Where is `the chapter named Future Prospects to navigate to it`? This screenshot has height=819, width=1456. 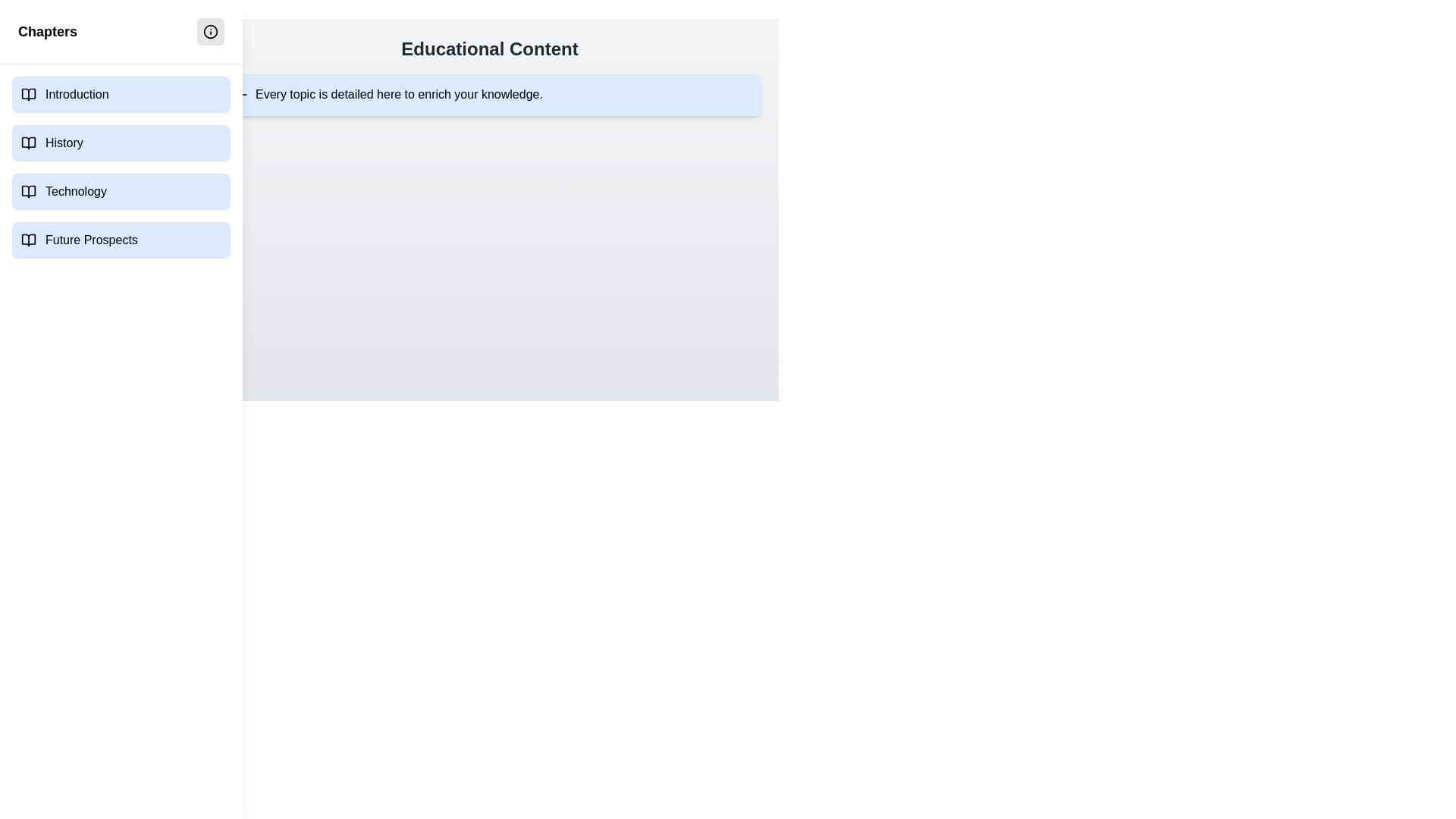 the chapter named Future Prospects to navigate to it is located at coordinates (120, 239).